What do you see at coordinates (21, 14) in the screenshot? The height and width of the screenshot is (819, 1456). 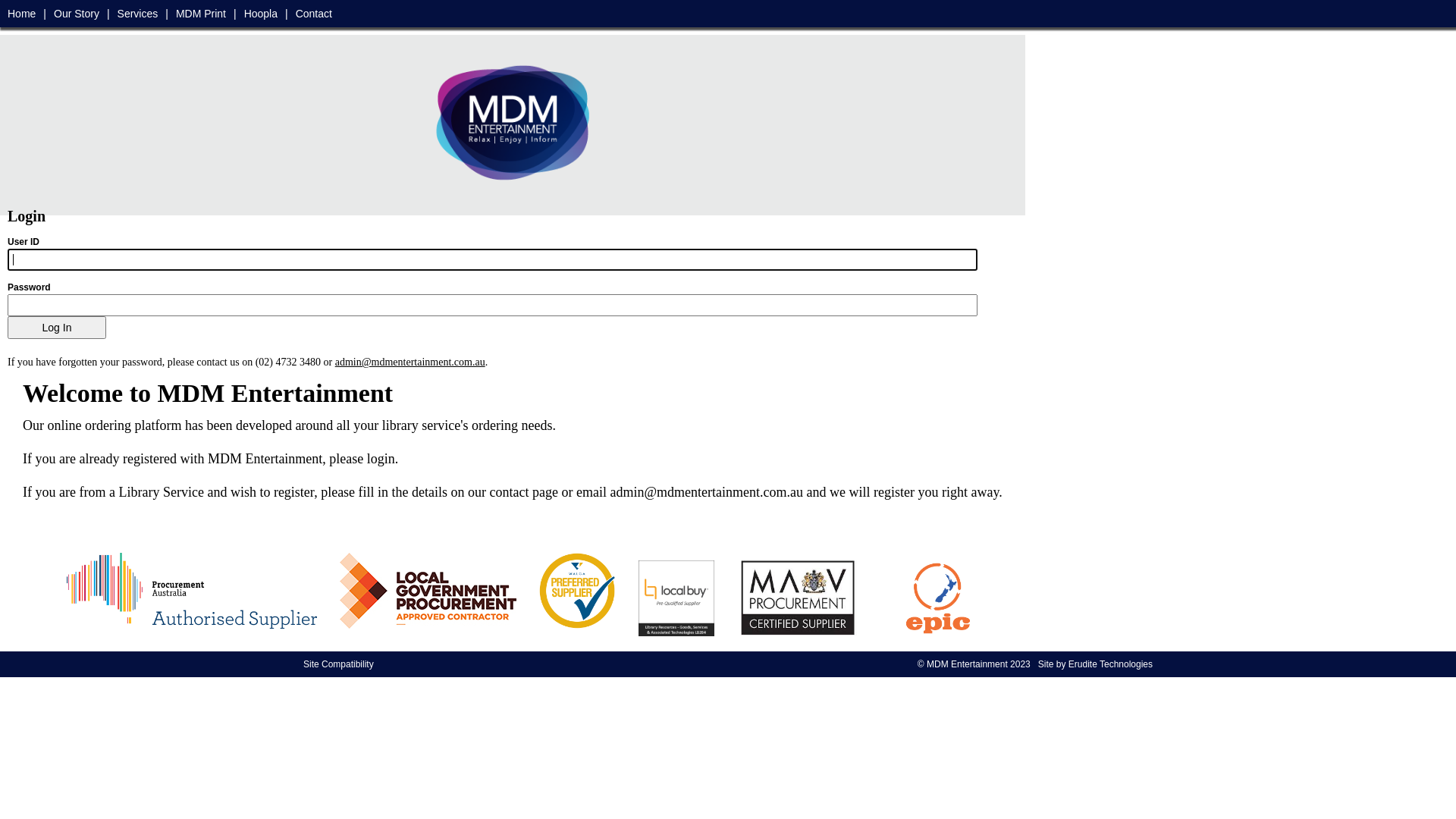 I see `'Home'` at bounding box center [21, 14].